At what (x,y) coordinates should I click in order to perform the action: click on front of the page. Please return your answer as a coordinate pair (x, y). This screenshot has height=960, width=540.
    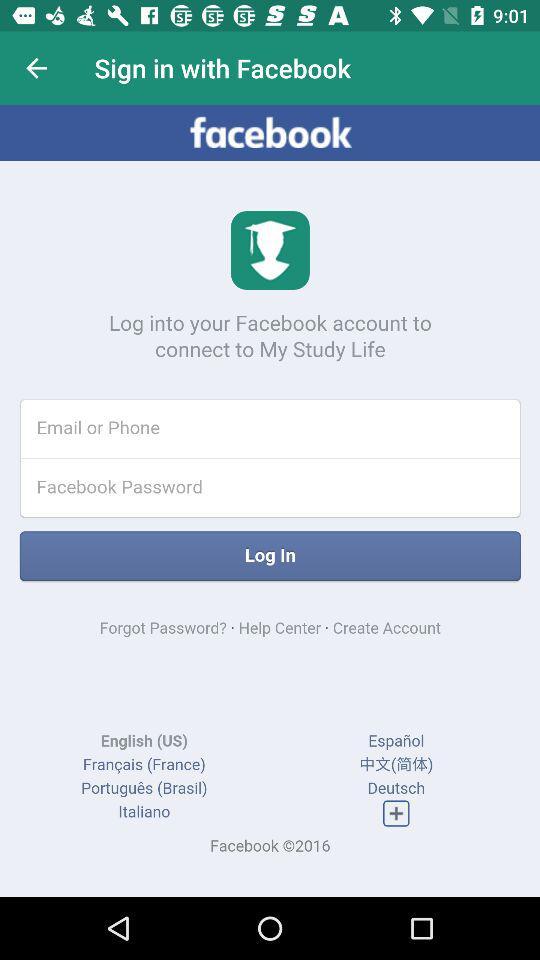
    Looking at the image, I should click on (270, 500).